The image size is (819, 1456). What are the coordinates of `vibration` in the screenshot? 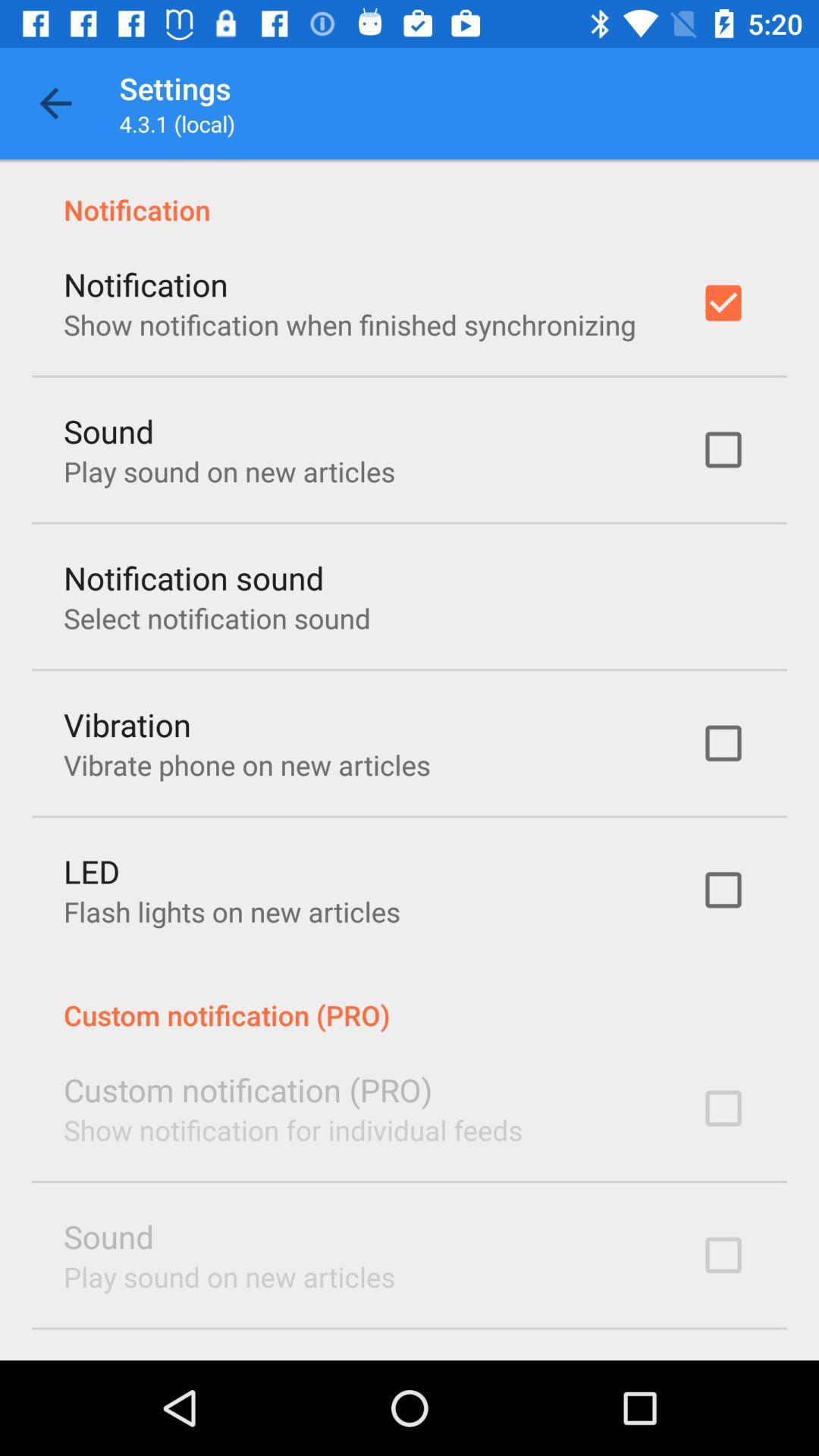 It's located at (127, 723).